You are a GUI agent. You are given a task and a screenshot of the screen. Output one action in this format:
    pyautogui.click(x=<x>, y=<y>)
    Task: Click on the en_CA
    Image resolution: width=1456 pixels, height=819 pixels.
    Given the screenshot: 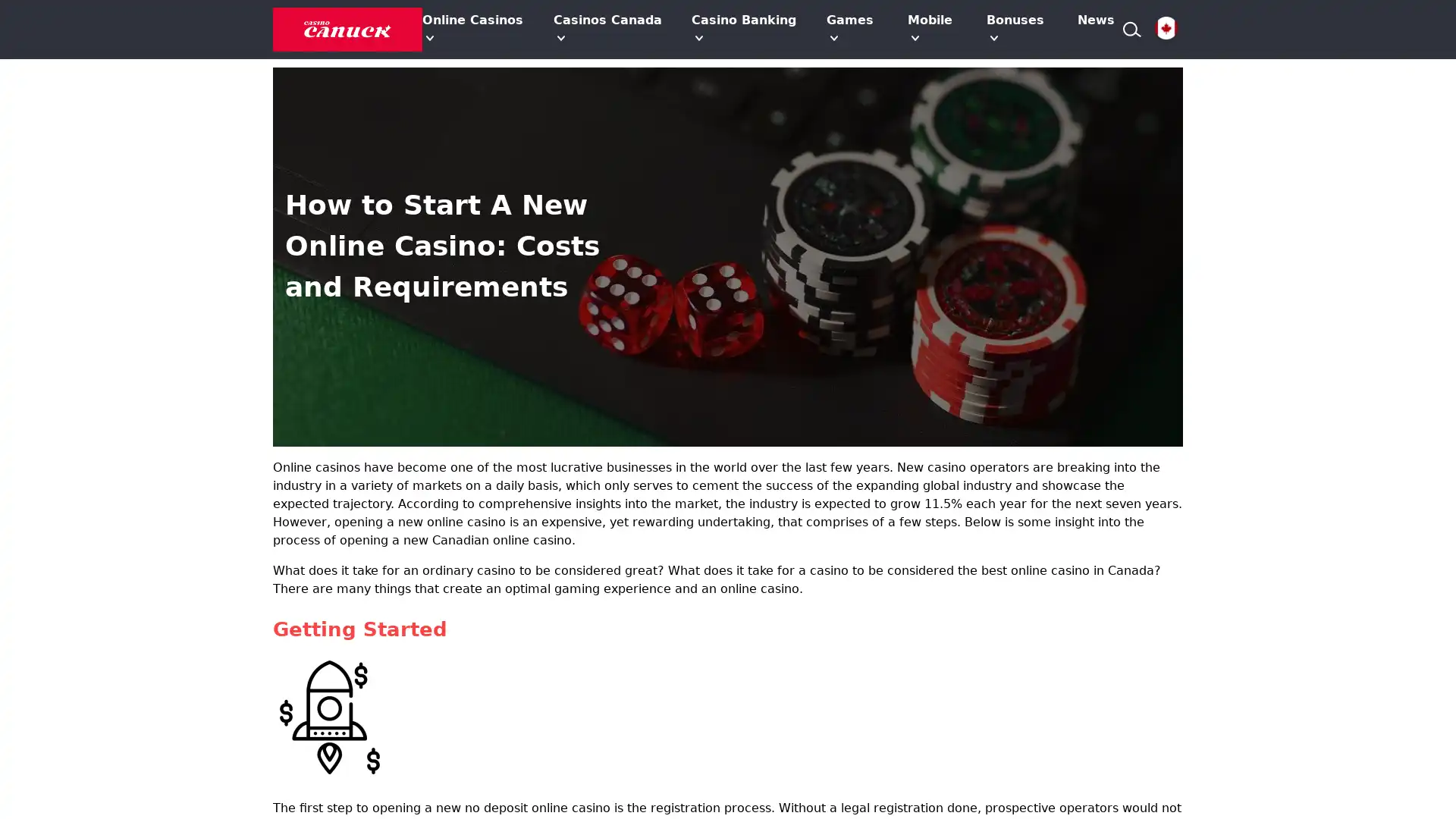 What is the action you would take?
    pyautogui.click(x=1165, y=29)
    